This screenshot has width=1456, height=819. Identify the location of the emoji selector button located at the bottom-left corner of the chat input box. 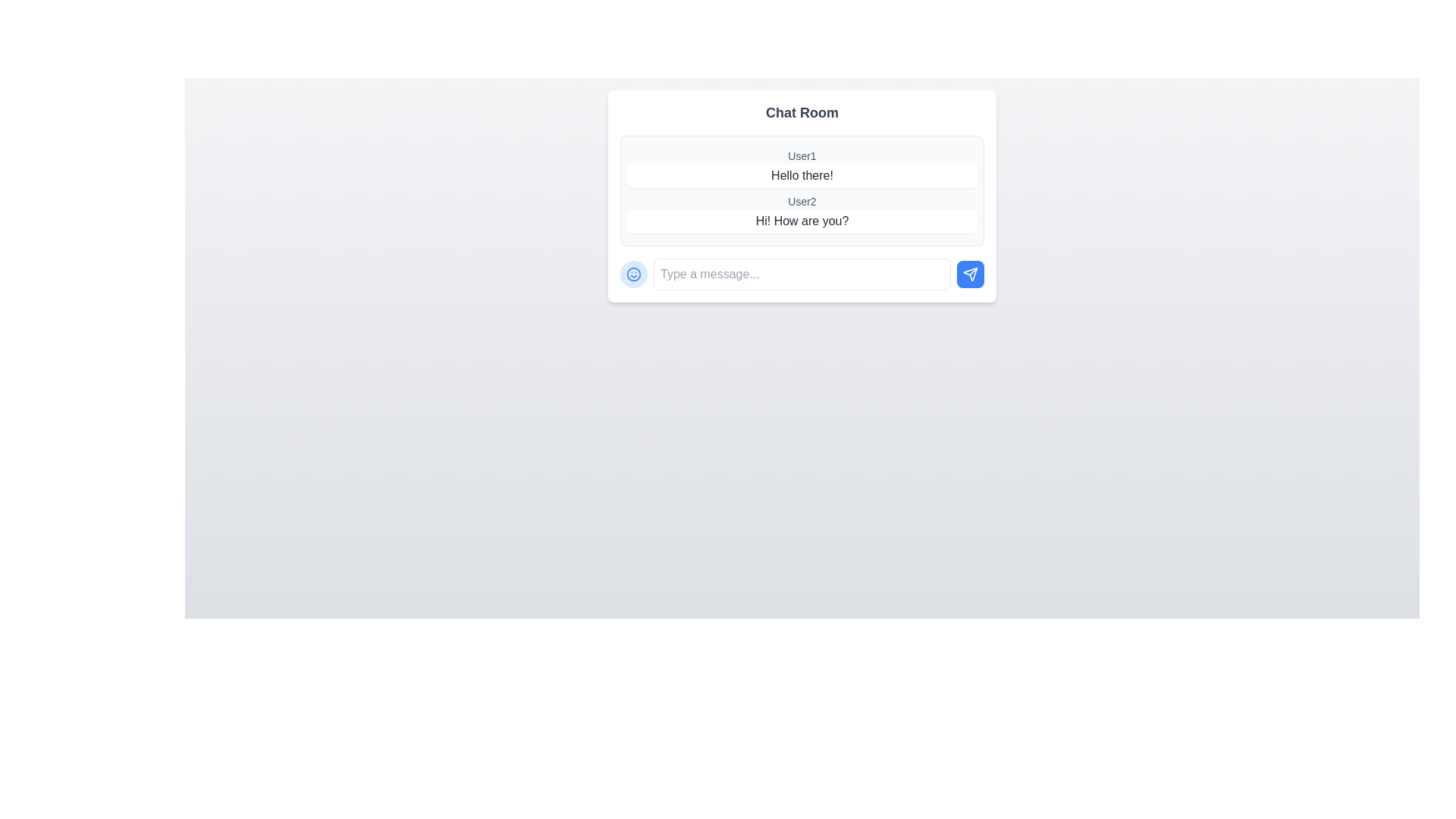
(633, 275).